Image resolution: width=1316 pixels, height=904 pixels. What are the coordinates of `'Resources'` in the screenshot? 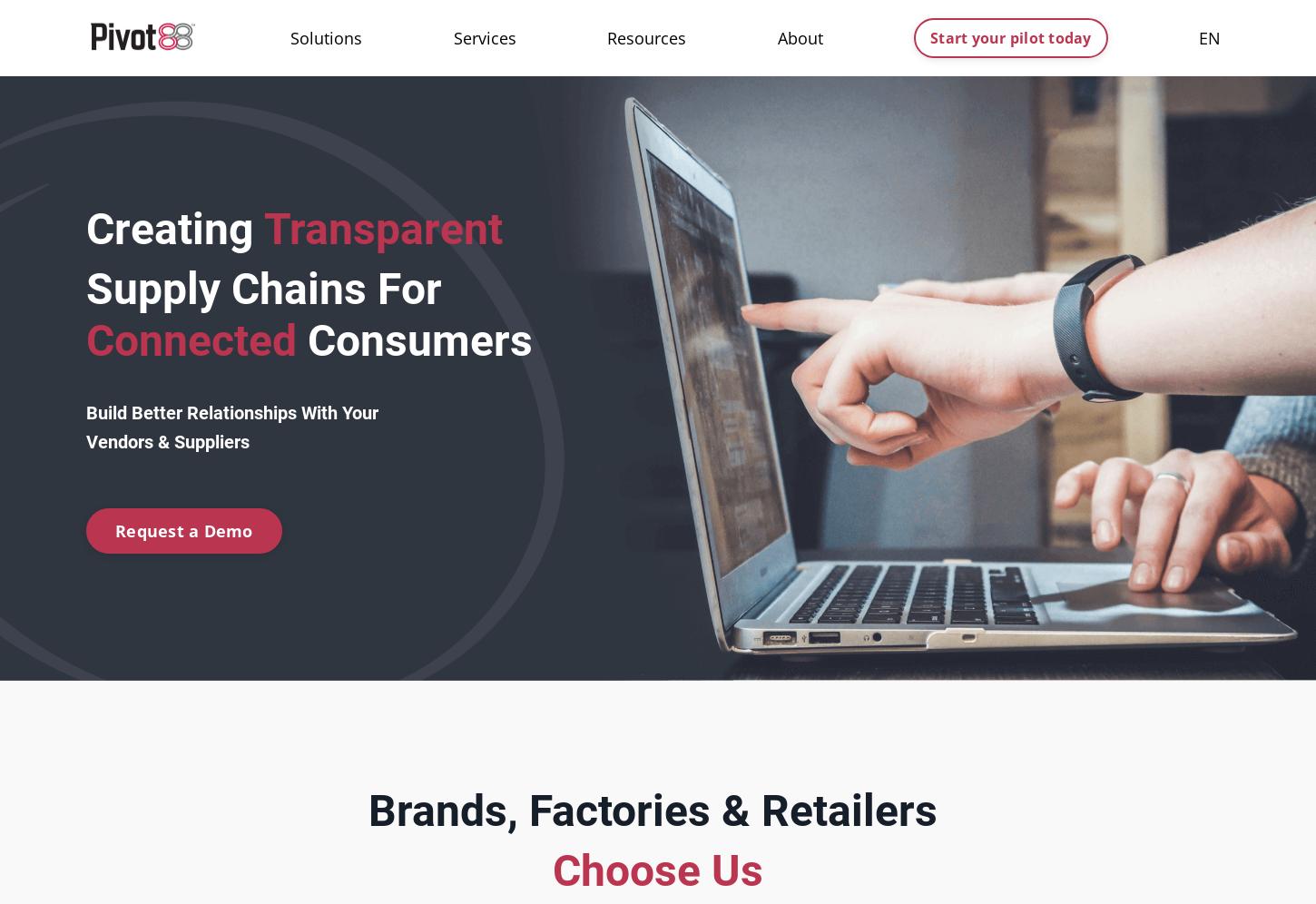 It's located at (645, 37).